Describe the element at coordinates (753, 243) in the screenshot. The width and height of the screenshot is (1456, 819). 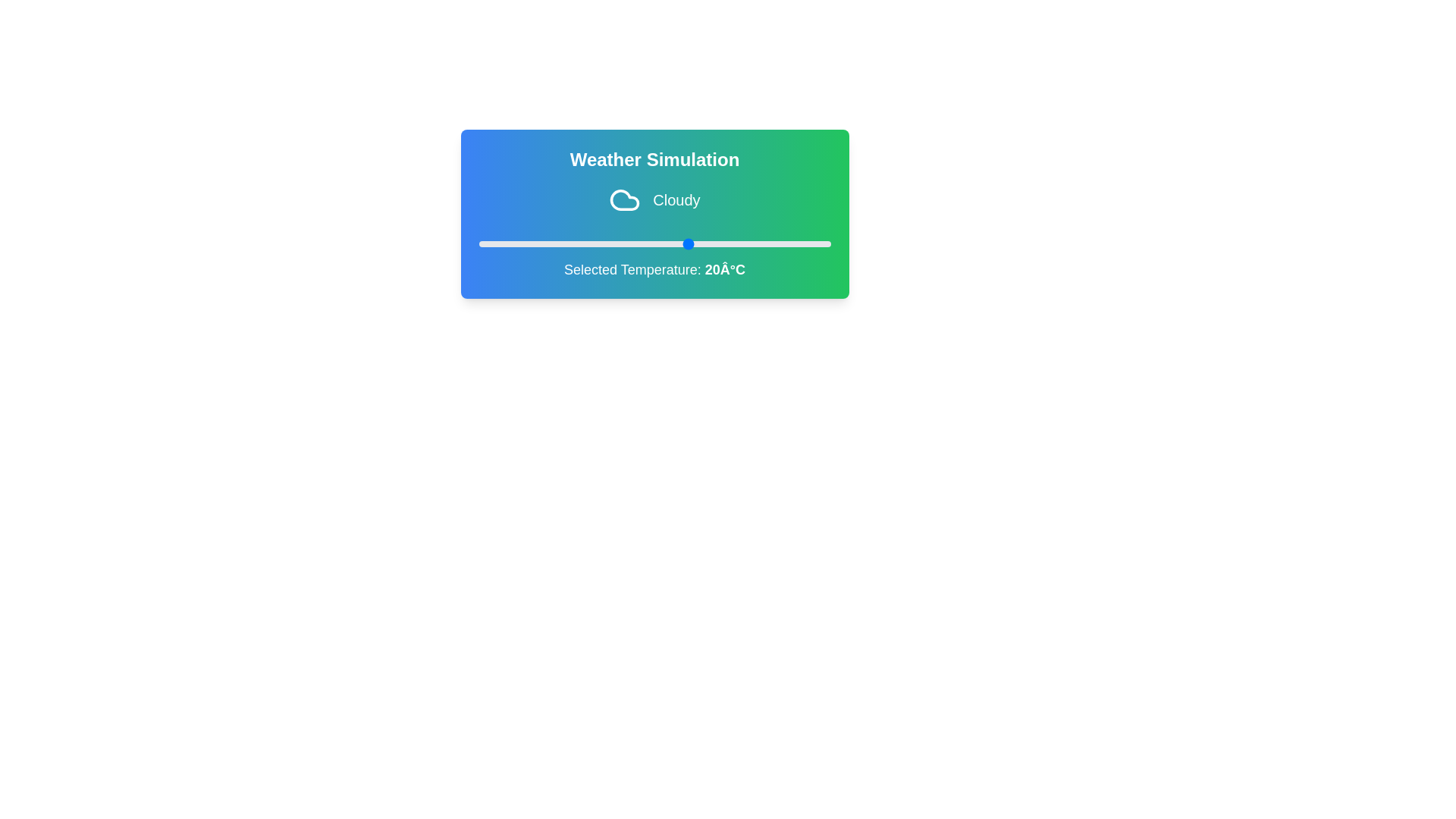
I see `the temperature` at that location.